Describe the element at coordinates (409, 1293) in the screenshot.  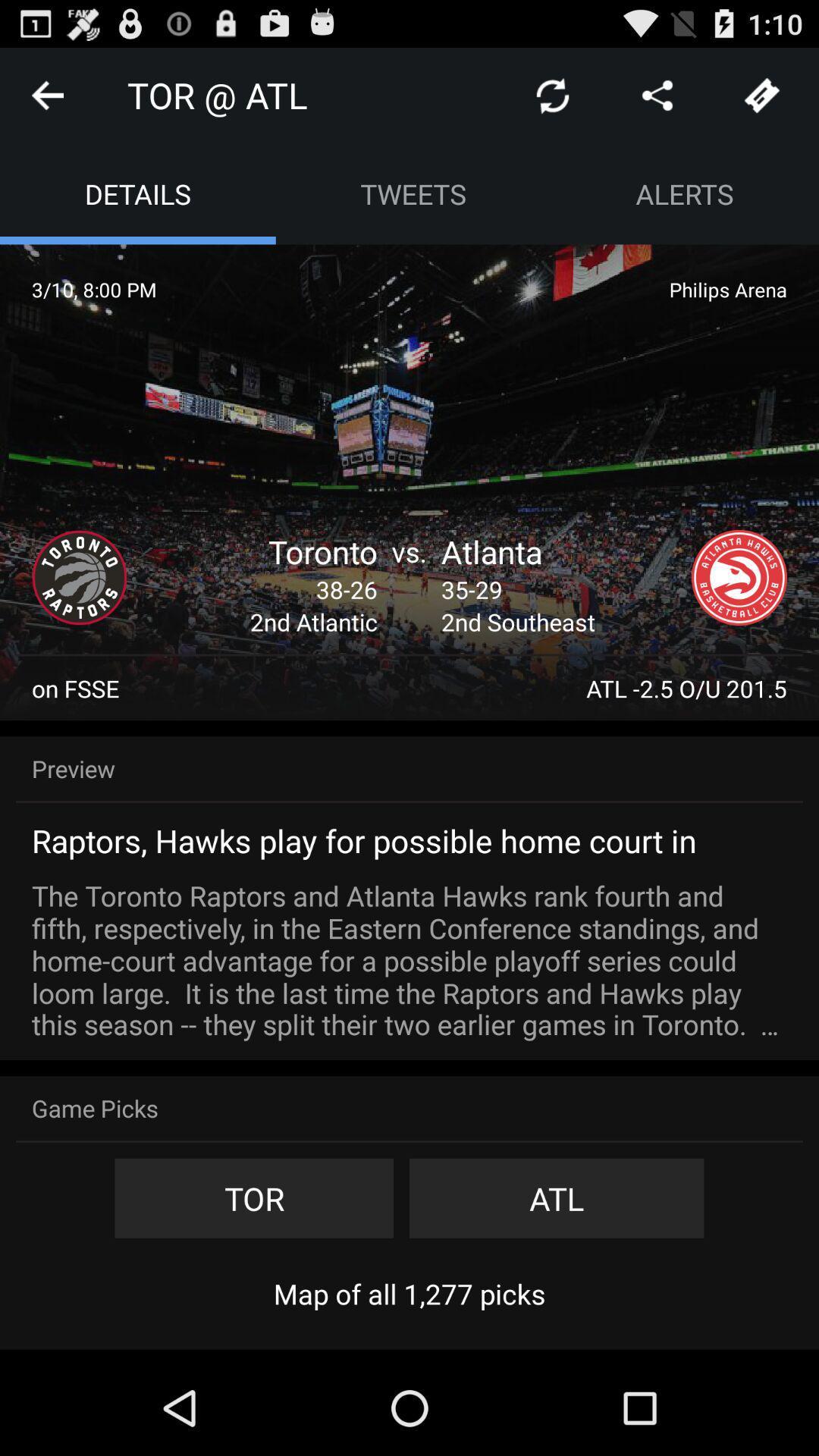
I see `map of all item` at that location.